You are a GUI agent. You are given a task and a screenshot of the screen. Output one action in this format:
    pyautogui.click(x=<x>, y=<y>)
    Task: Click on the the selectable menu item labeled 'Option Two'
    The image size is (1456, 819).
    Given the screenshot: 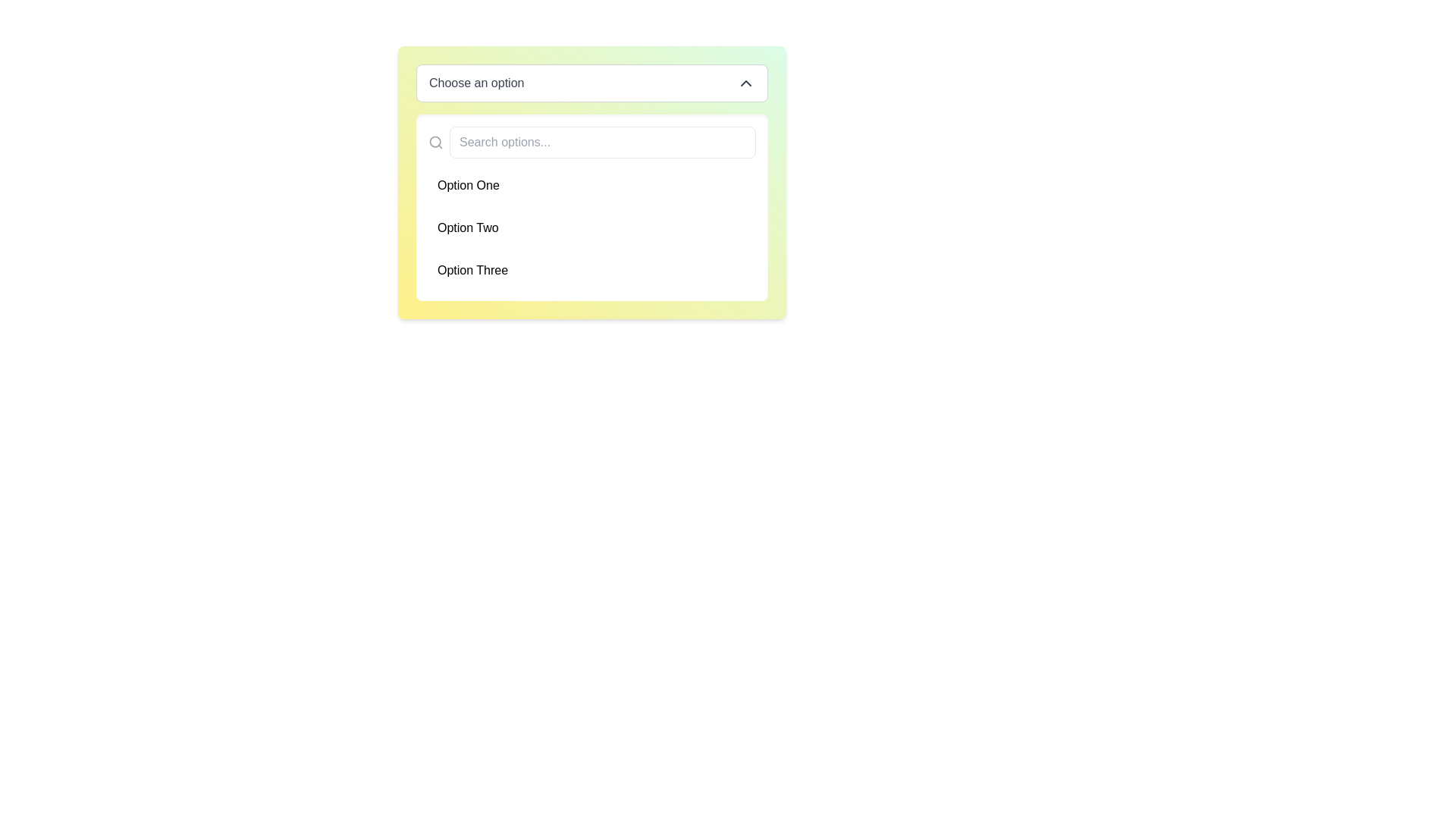 What is the action you would take?
    pyautogui.click(x=591, y=227)
    